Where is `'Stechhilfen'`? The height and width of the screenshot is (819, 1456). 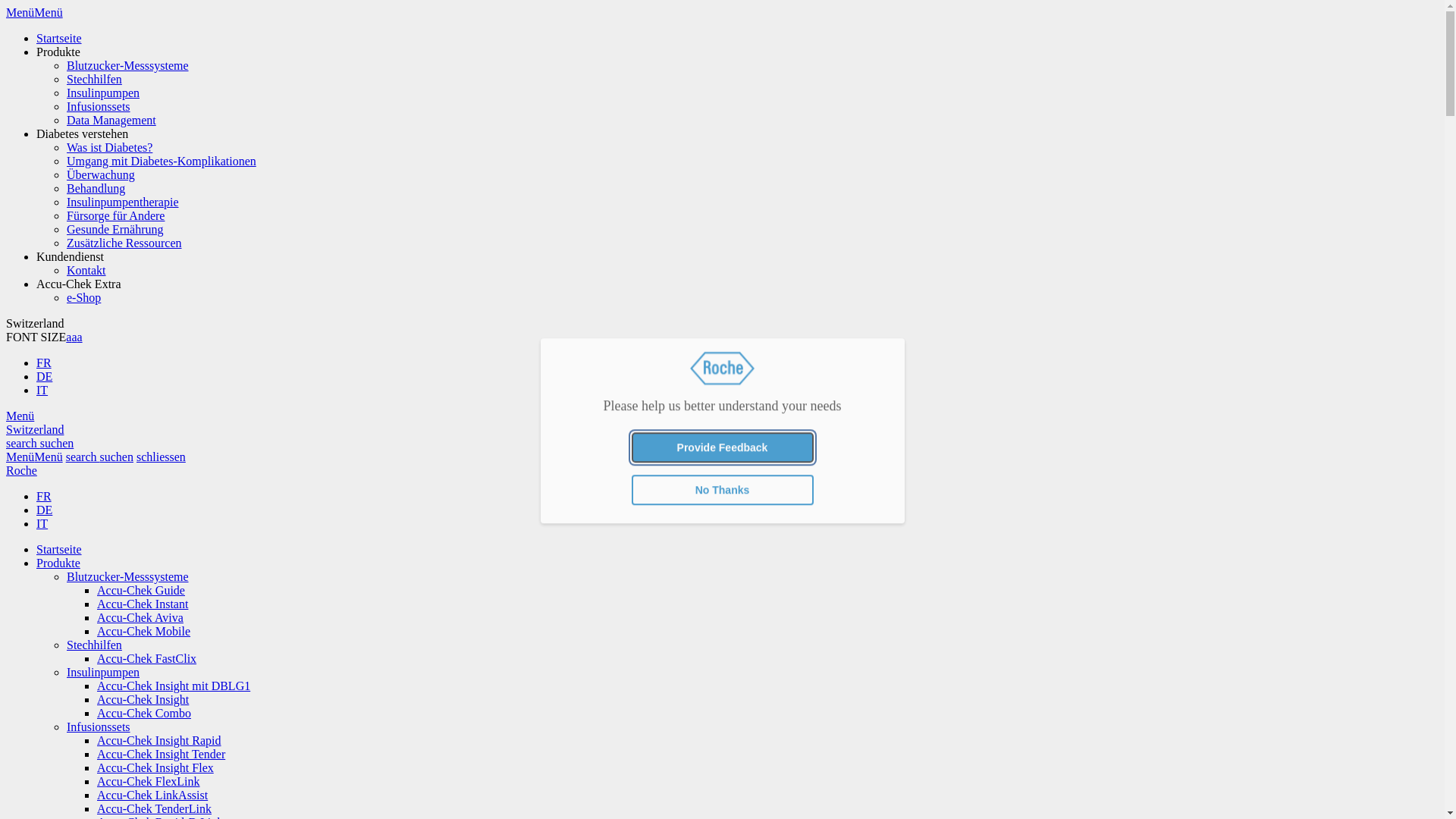
'Stechhilfen' is located at coordinates (93, 79).